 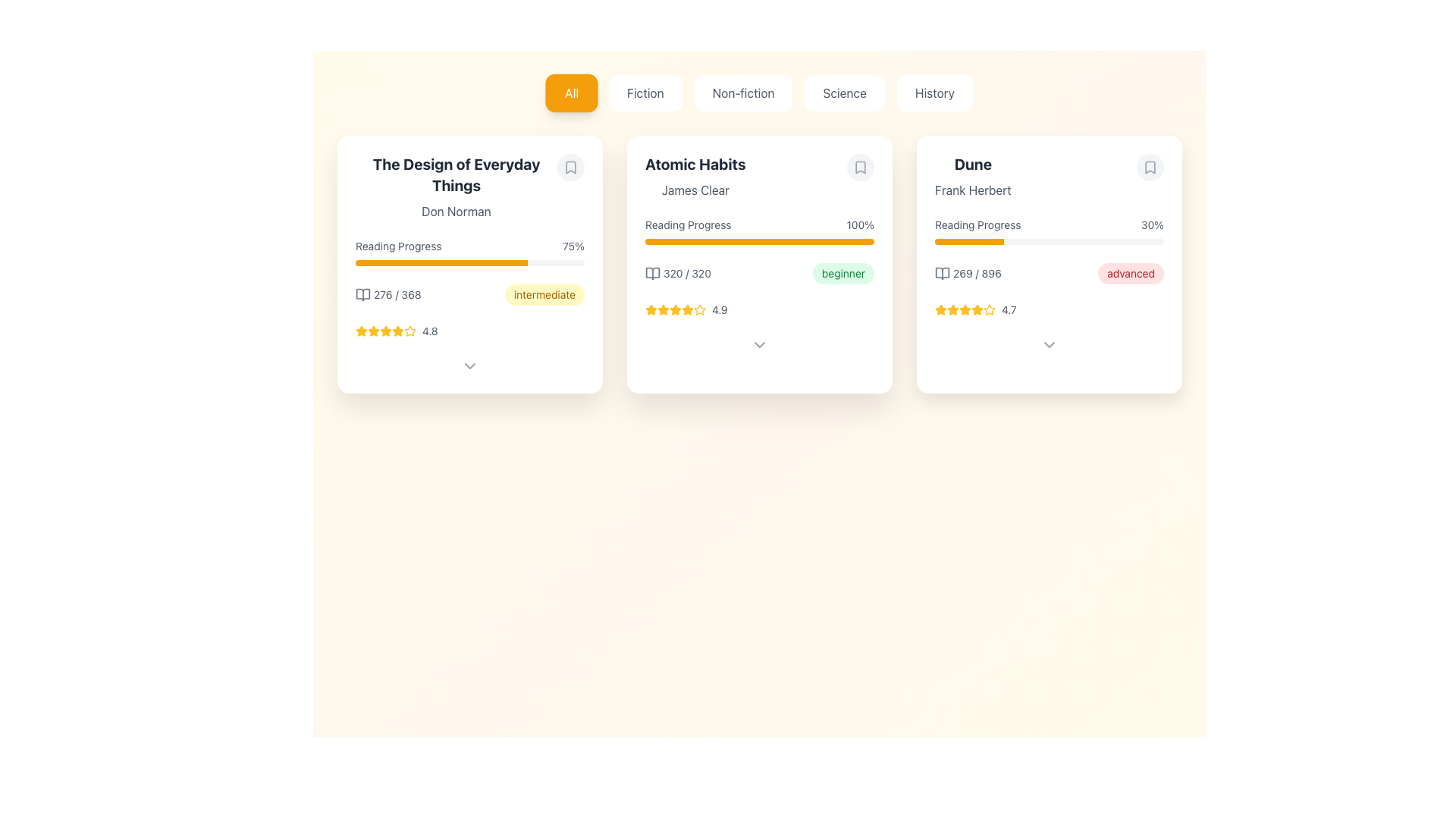 I want to click on the reading progress bar, so click(x=422, y=262).